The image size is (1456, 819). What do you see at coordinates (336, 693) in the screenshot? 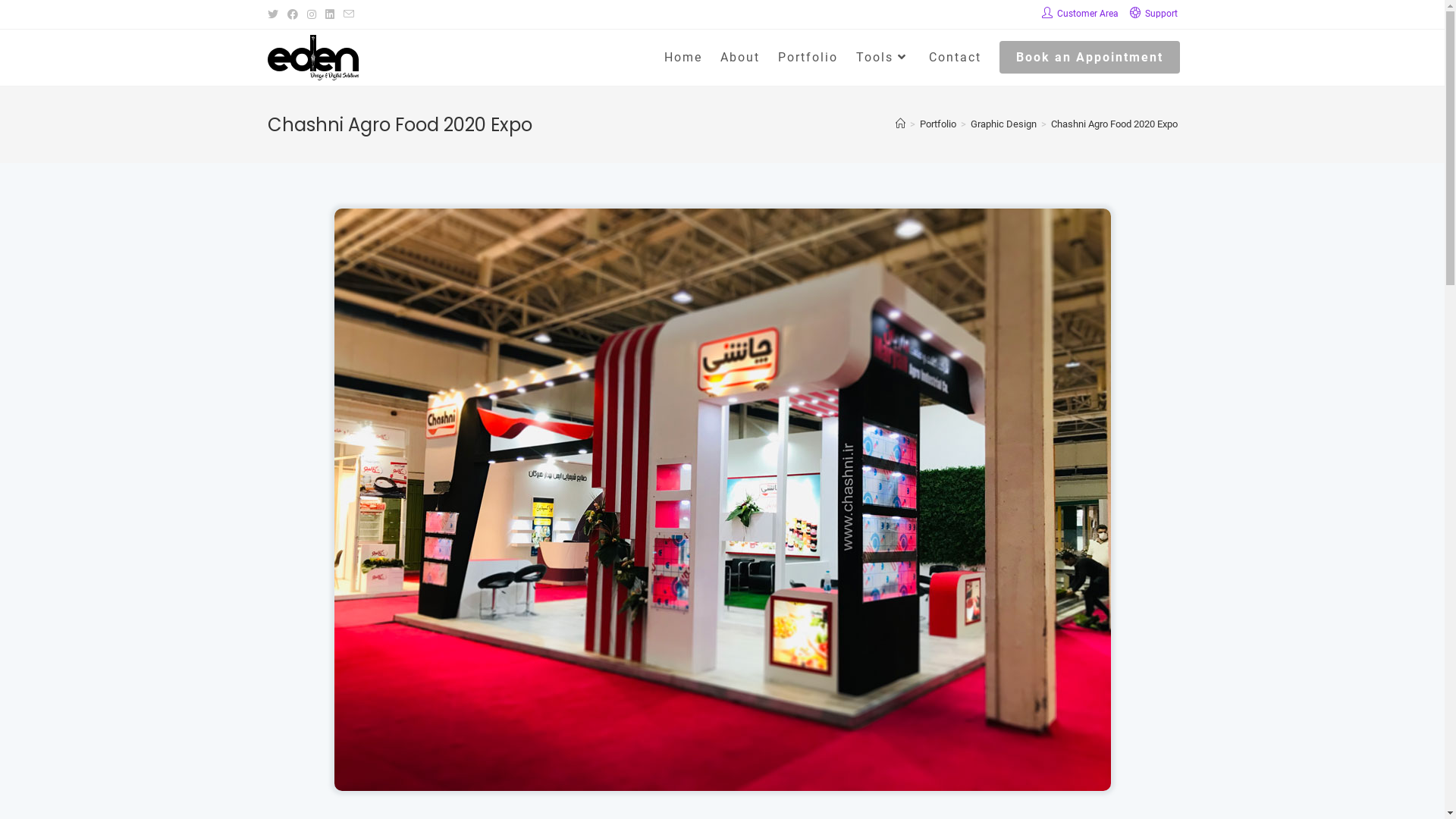
I see `'CALL US ON SKYPE'` at bounding box center [336, 693].